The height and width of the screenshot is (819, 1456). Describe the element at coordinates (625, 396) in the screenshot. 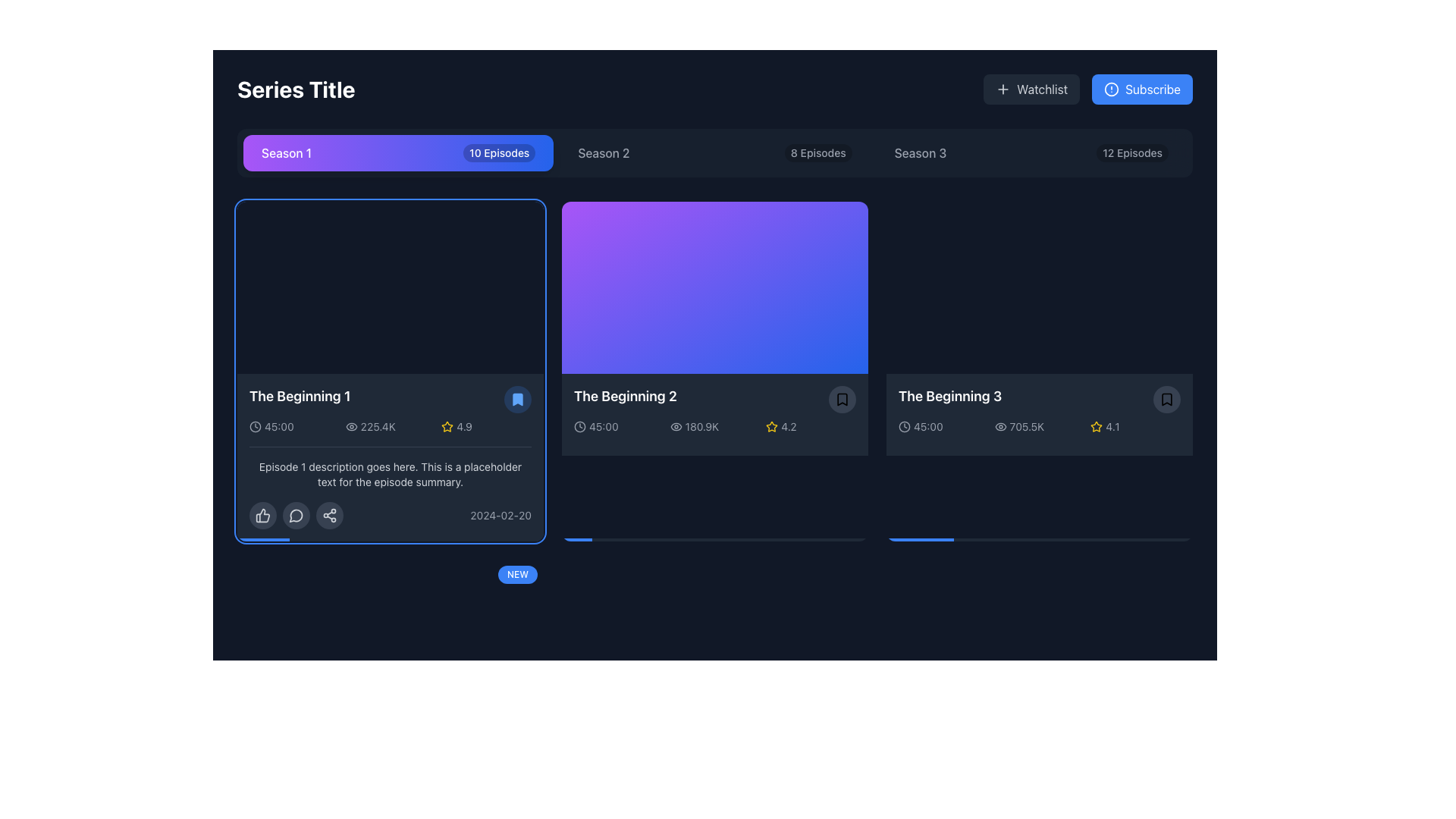

I see `the Text Label that displays the title of an episode, located in the lower half of the middle card in a grid of episodes, above the episode duration, view count, and rating information` at that location.